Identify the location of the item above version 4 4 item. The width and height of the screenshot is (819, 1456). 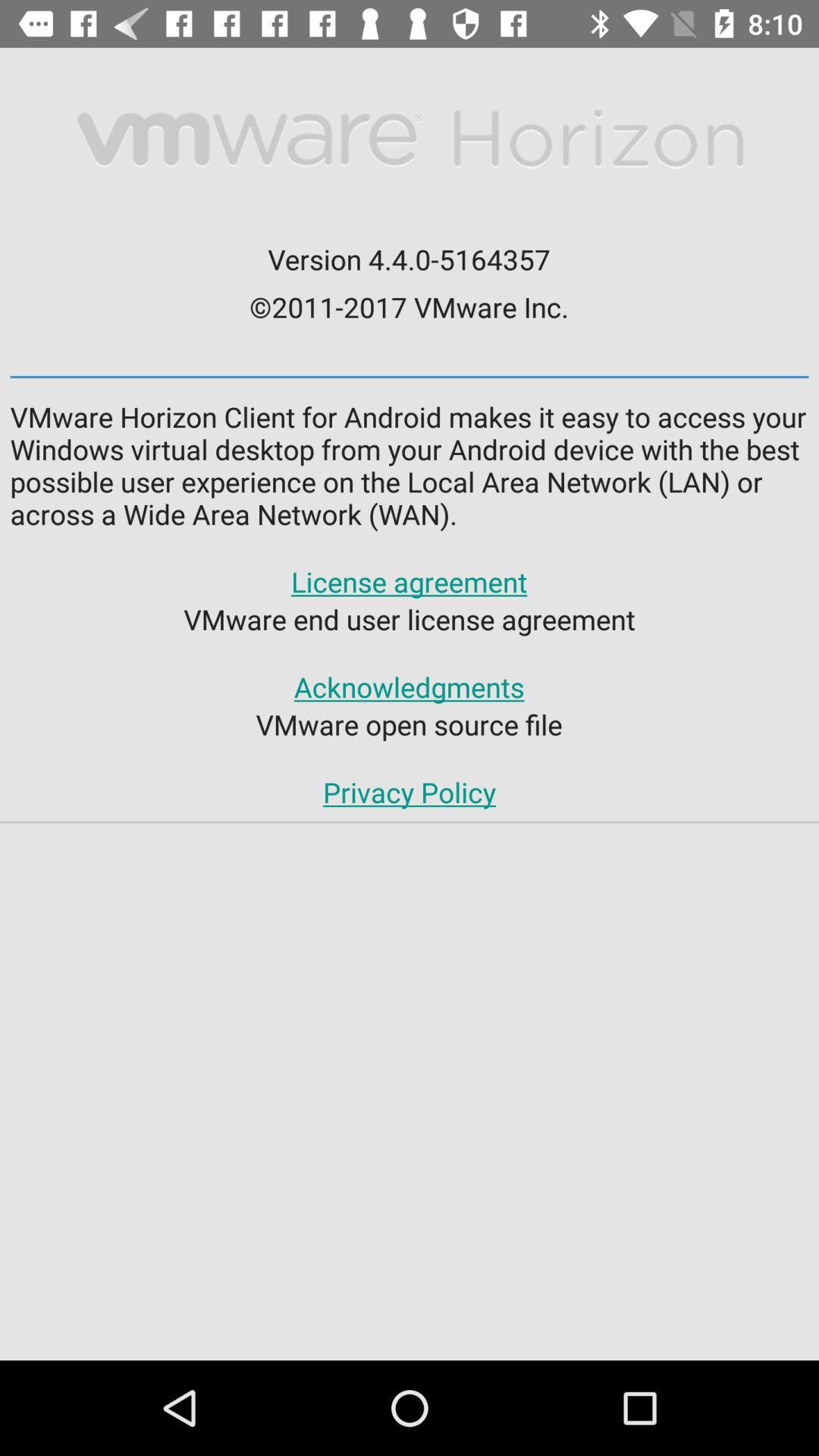
(408, 139).